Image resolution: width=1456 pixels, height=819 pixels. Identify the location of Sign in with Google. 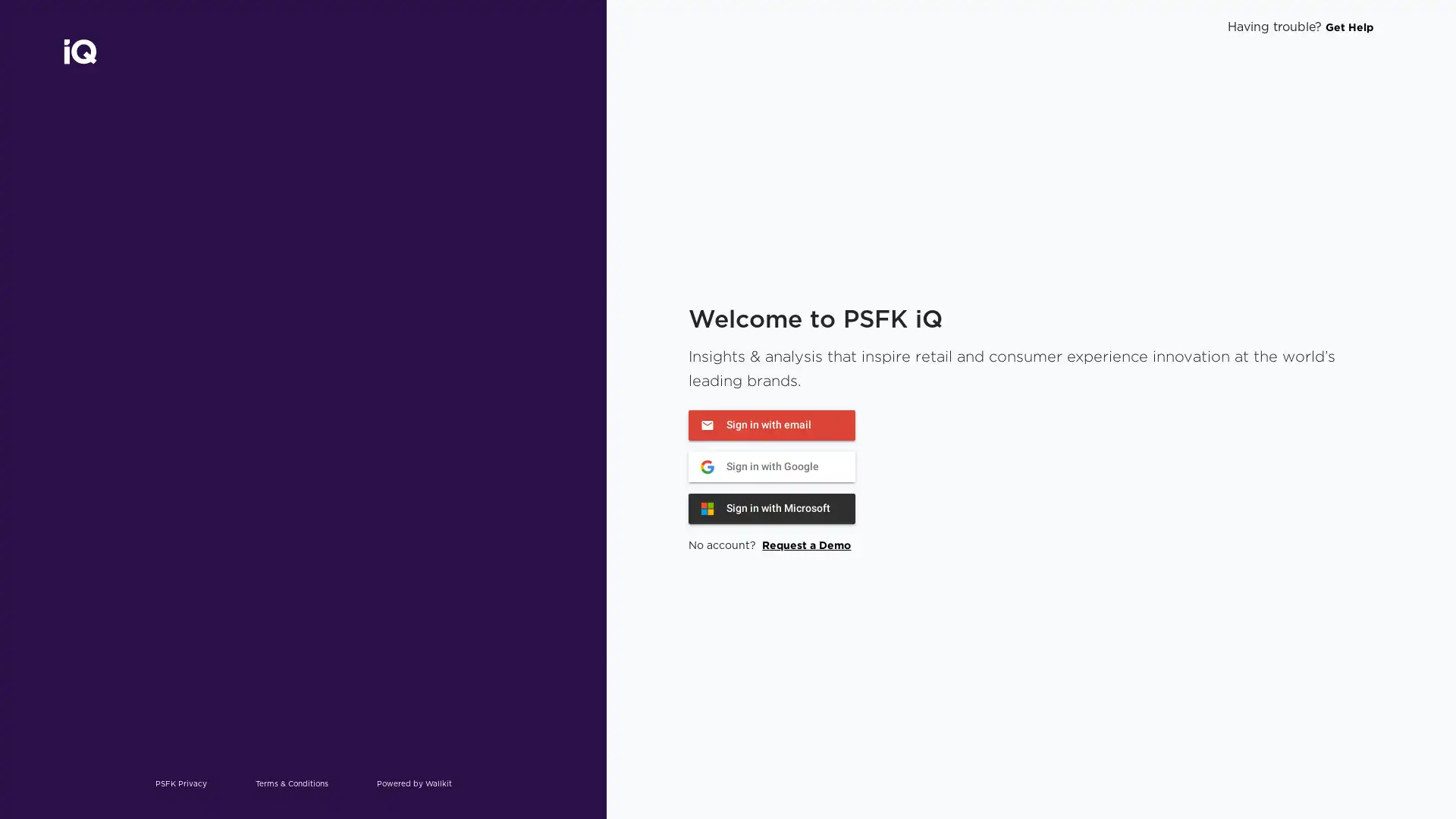
(771, 465).